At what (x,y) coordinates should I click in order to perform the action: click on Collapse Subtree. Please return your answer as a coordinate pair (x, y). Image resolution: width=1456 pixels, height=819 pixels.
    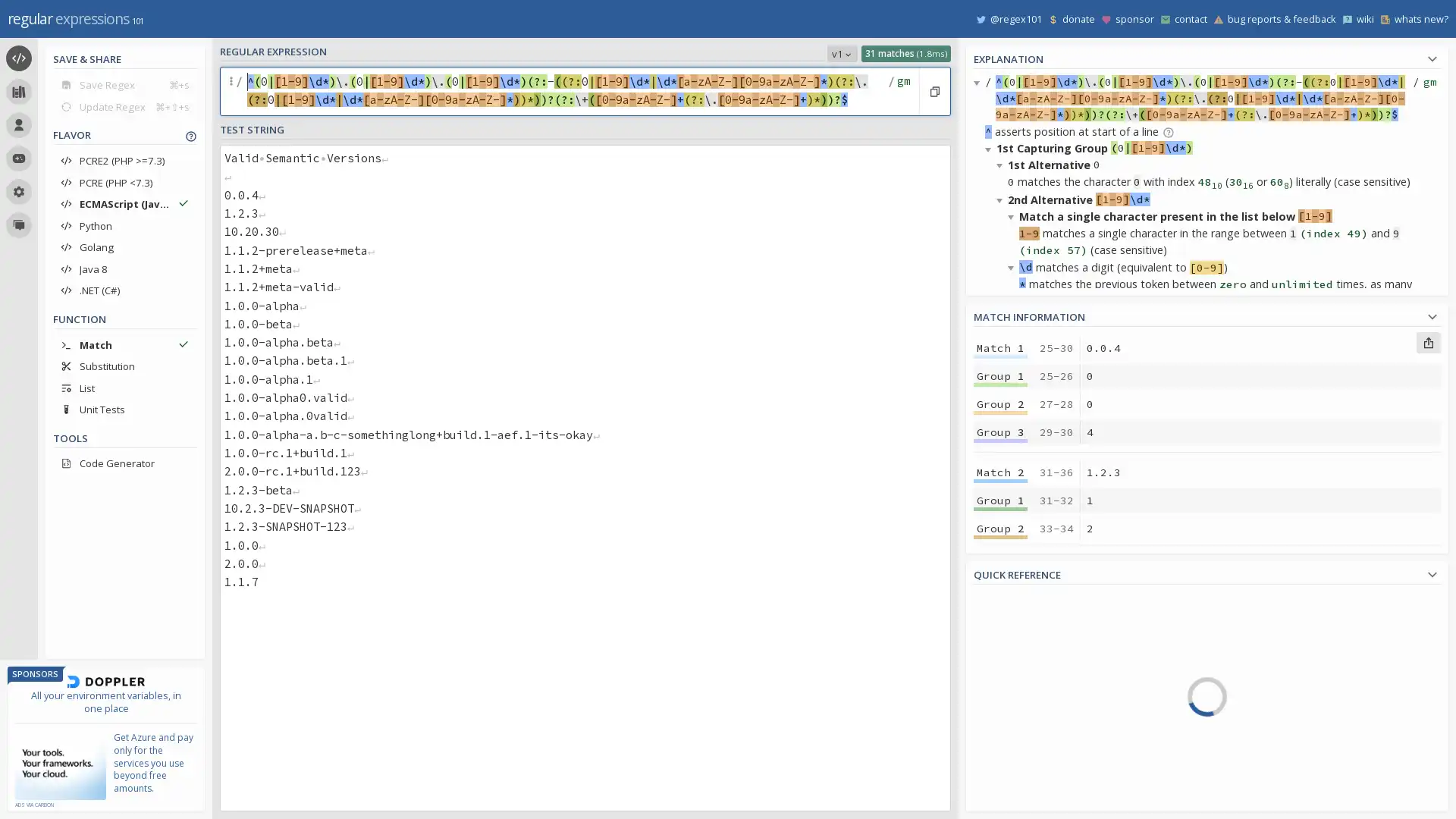
    Looking at the image, I should click on (1002, 388).